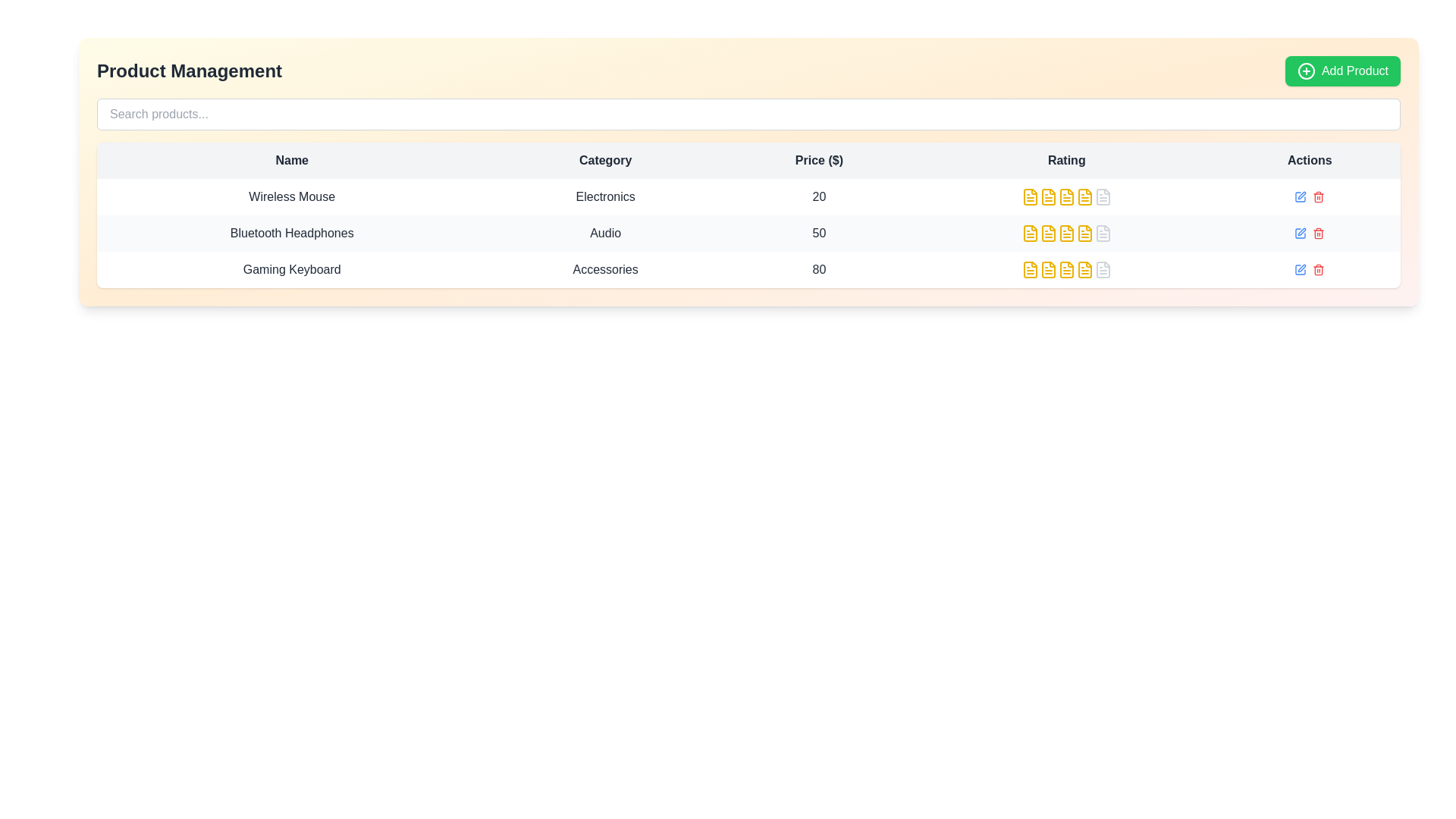  What do you see at coordinates (1065, 234) in the screenshot?
I see `the yellow-colored document icon with a gray border in the 'Rating' column for the 'Bluetooth Headphones' entry` at bounding box center [1065, 234].